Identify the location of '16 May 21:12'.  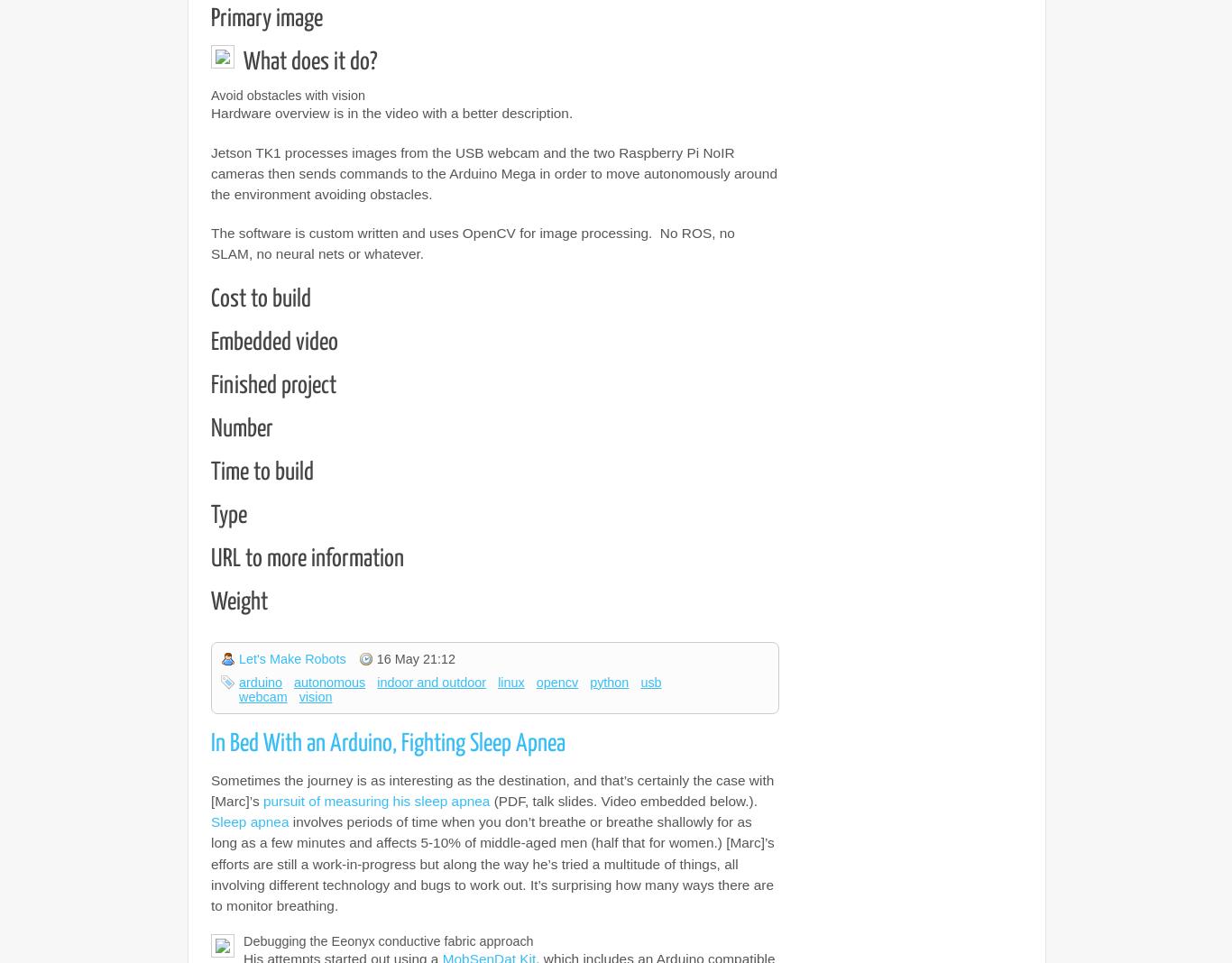
(375, 657).